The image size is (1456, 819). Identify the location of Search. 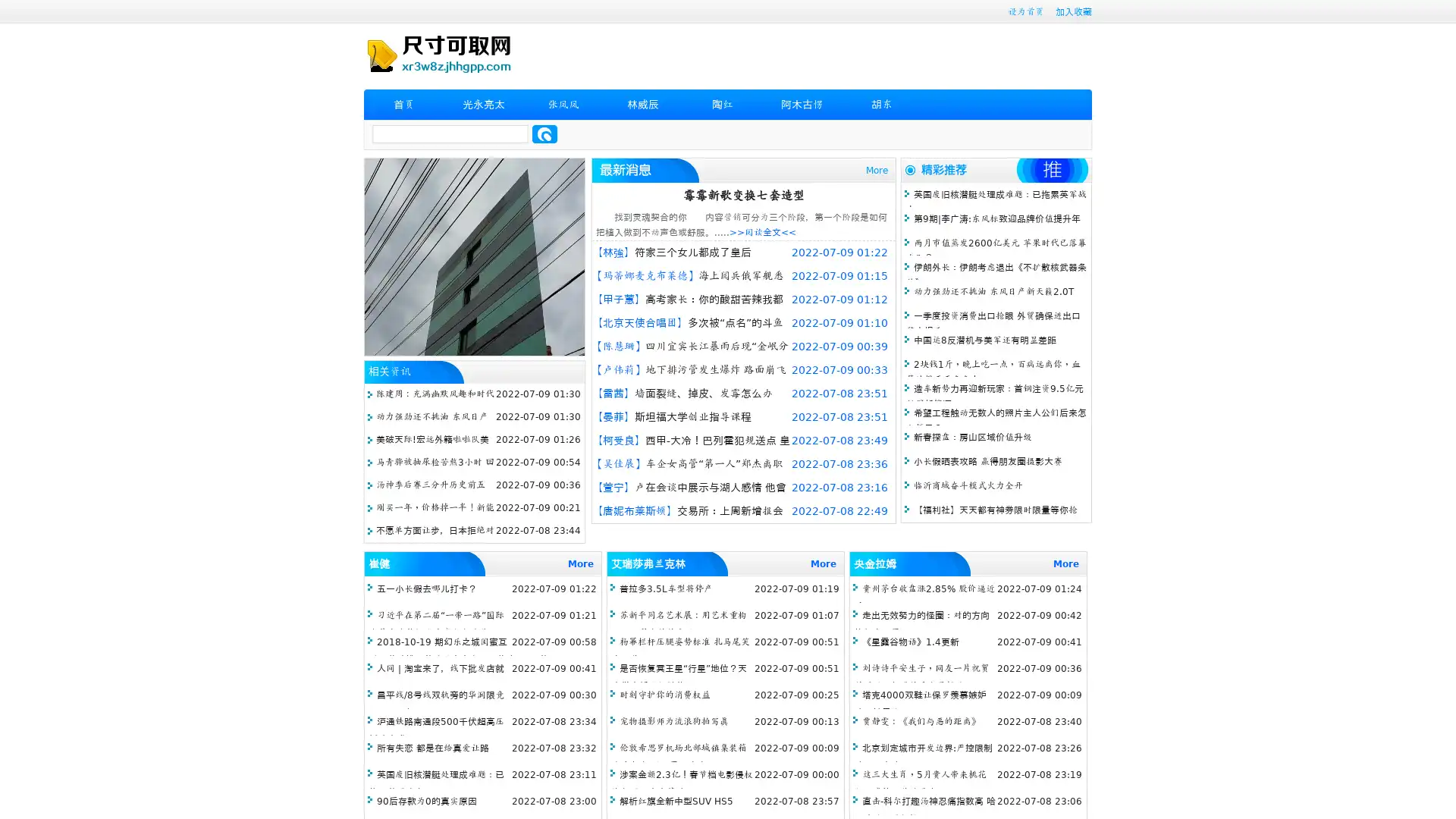
(544, 133).